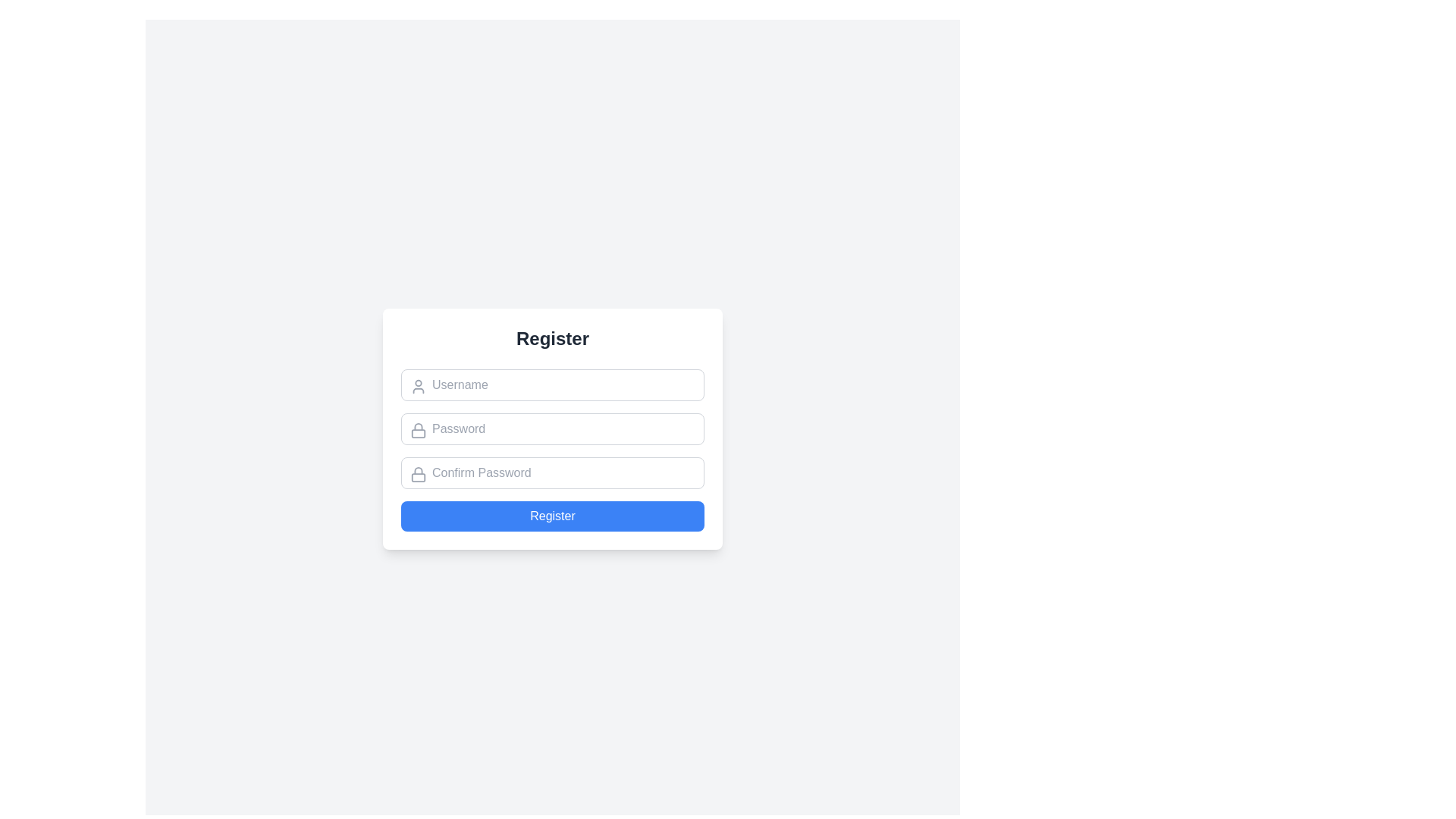 Image resolution: width=1456 pixels, height=819 pixels. I want to click on the 'Register' button, so click(552, 516).